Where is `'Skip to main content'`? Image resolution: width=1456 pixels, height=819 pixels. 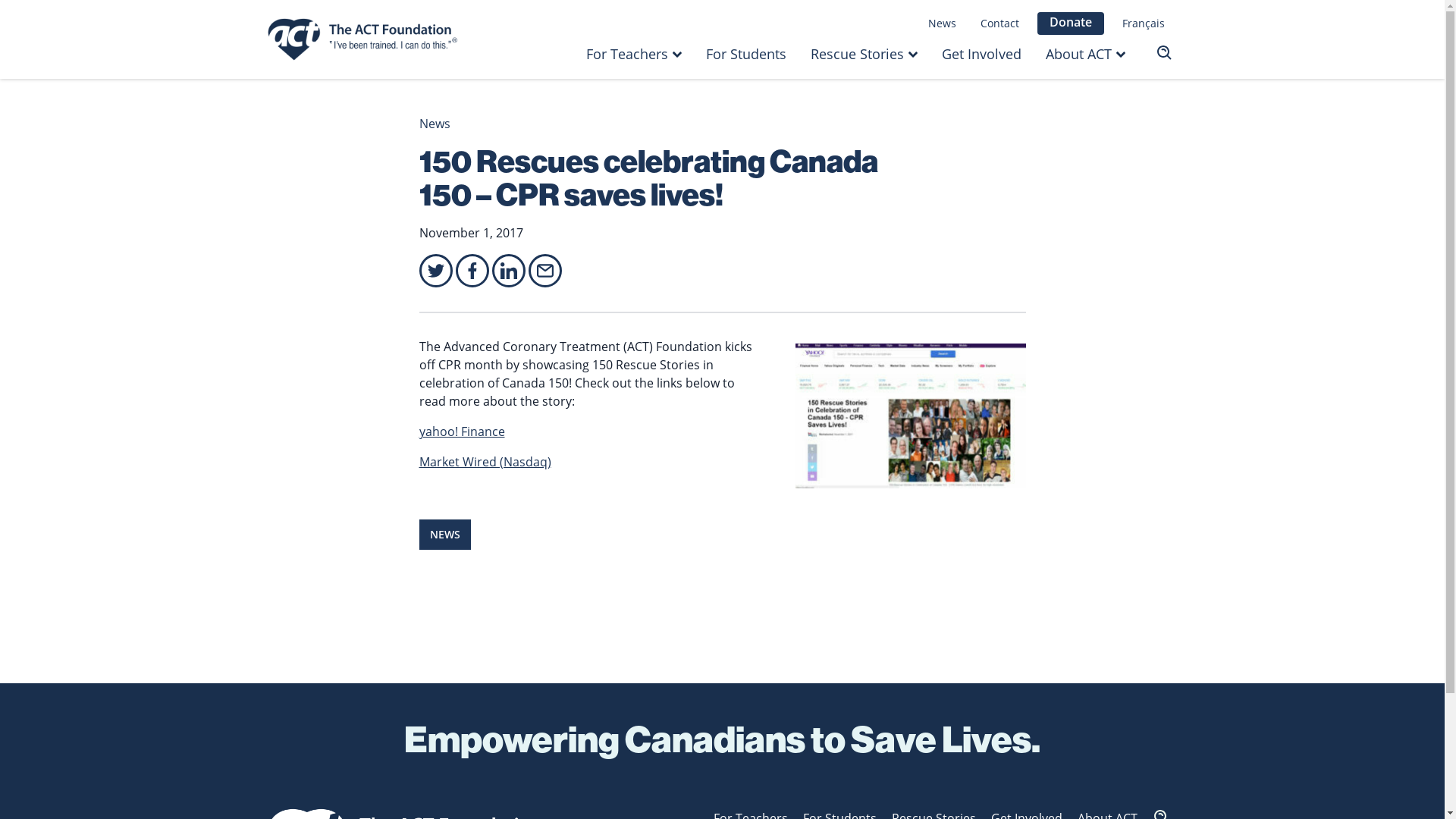
'Skip to main content' is located at coordinates (0, 0).